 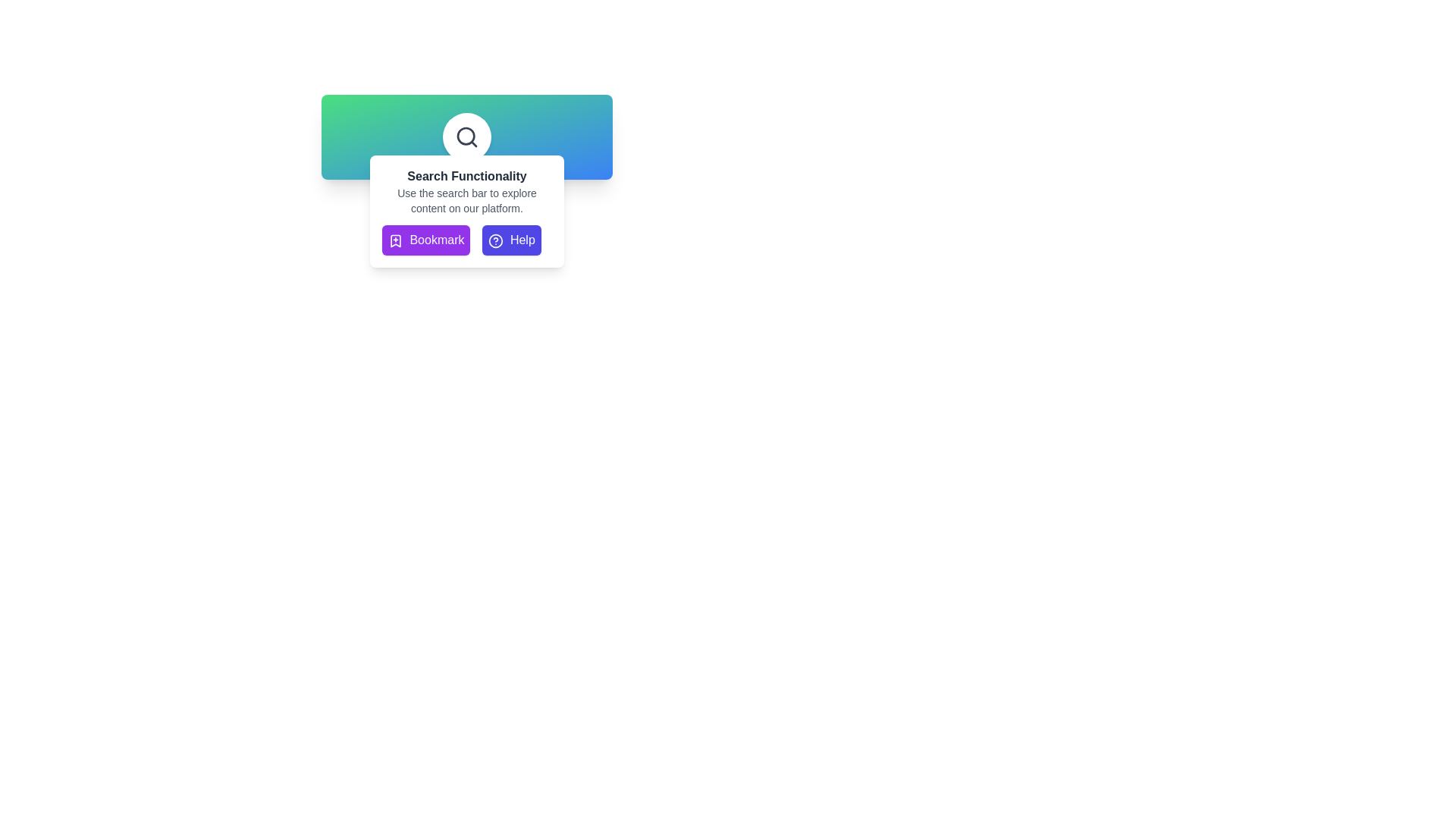 What do you see at coordinates (396, 239) in the screenshot?
I see `the purple bookmark icon with a cross mark inside, located to the left of the 'Bookmark' text, as part of clicking the 'Bookmark' button` at bounding box center [396, 239].